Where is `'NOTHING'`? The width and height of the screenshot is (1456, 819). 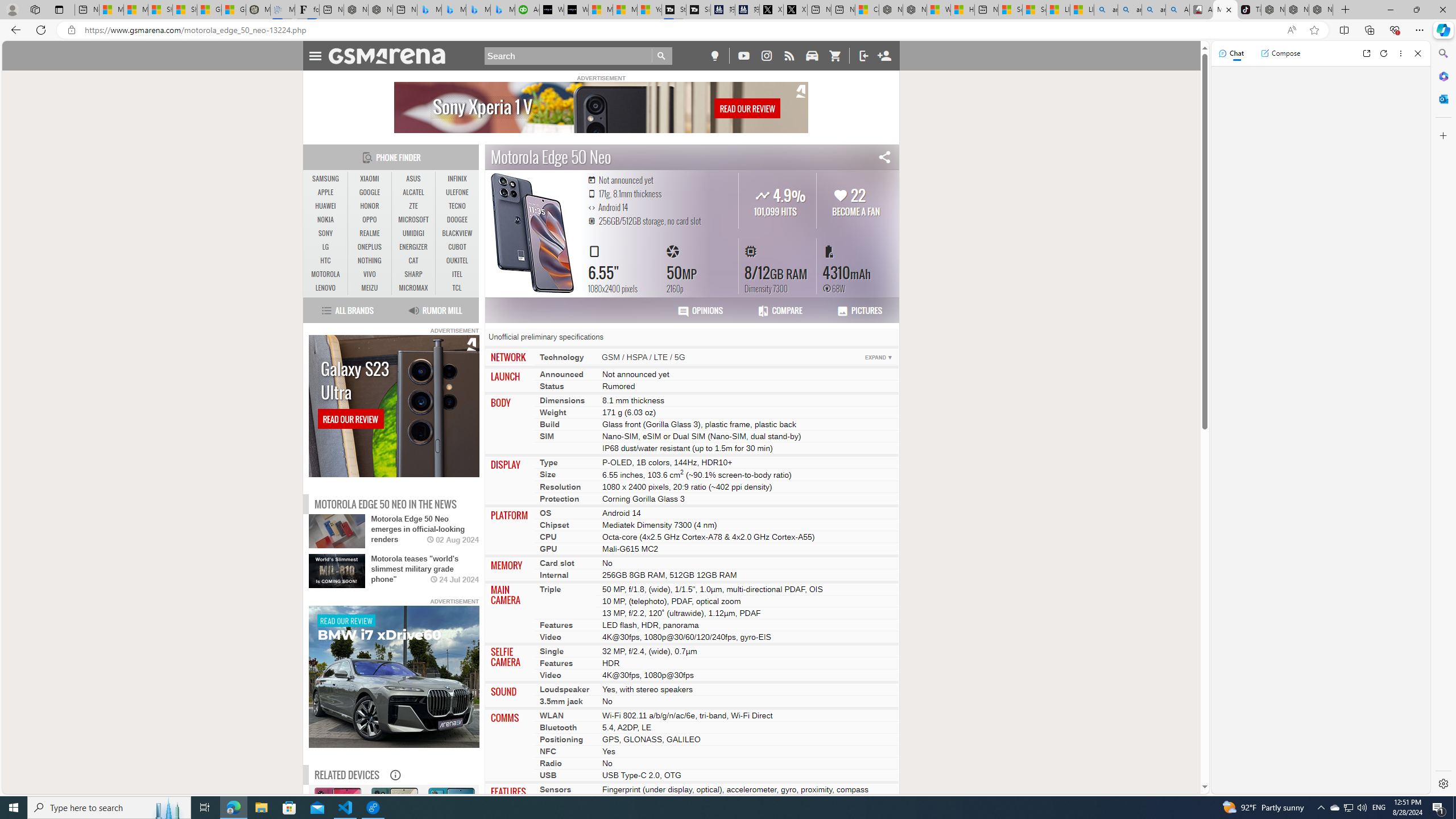 'NOTHING' is located at coordinates (369, 261).